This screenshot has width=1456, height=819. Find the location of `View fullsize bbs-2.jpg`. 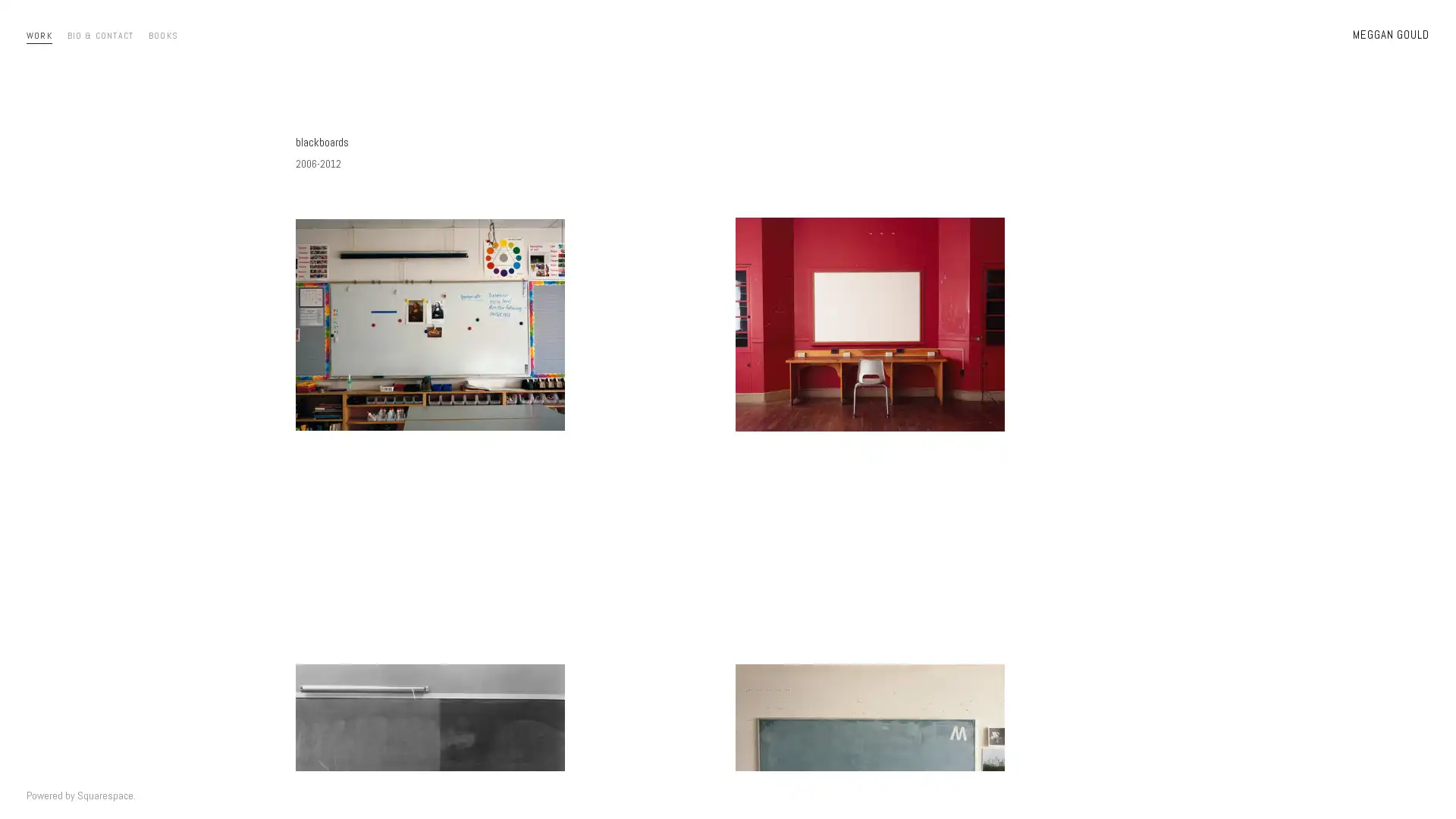

View fullsize bbs-2.jpg is located at coordinates (508, 400).